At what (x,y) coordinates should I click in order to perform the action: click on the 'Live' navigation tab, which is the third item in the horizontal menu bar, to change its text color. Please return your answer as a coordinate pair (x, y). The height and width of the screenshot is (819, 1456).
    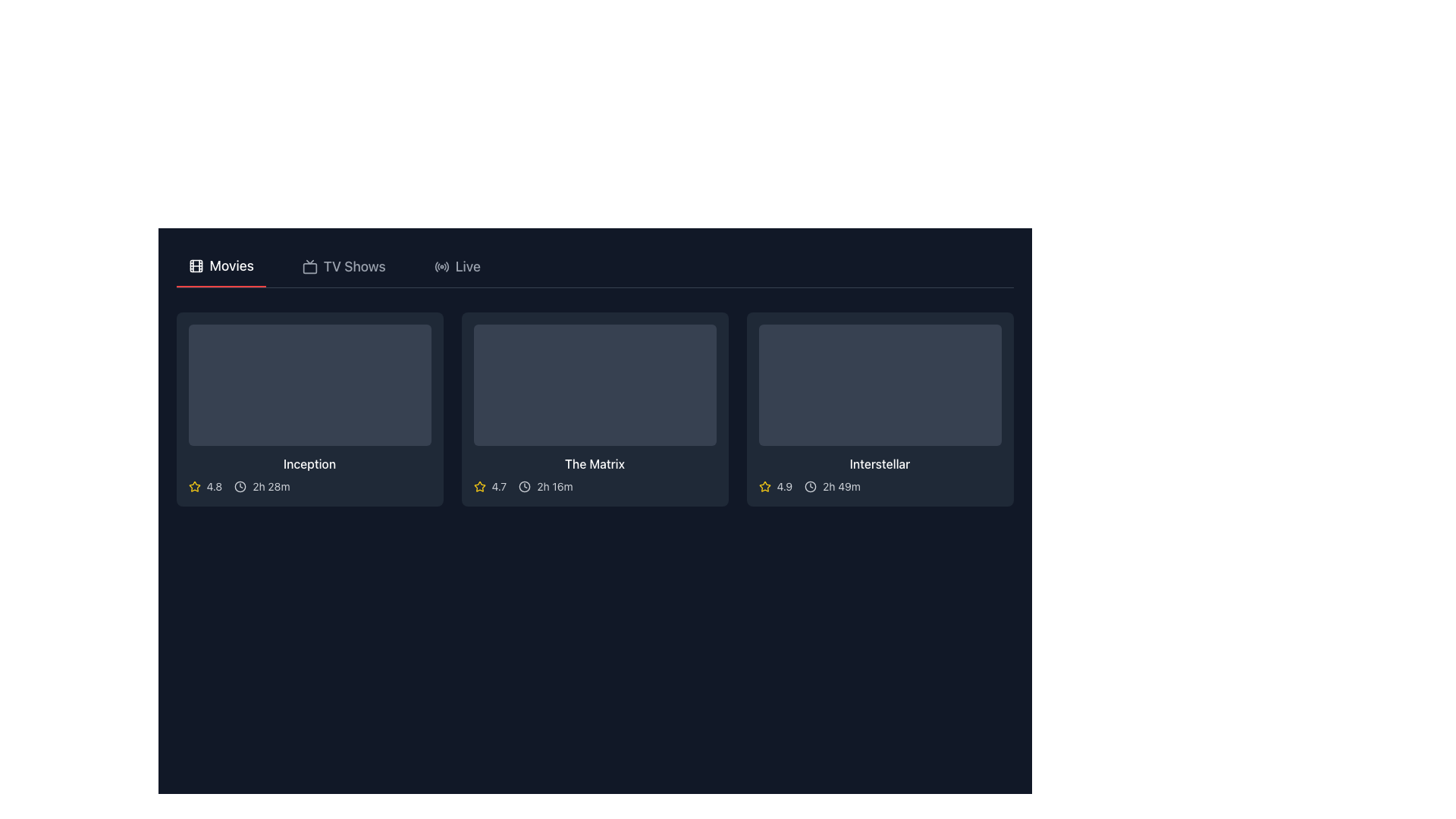
    Looking at the image, I should click on (457, 265).